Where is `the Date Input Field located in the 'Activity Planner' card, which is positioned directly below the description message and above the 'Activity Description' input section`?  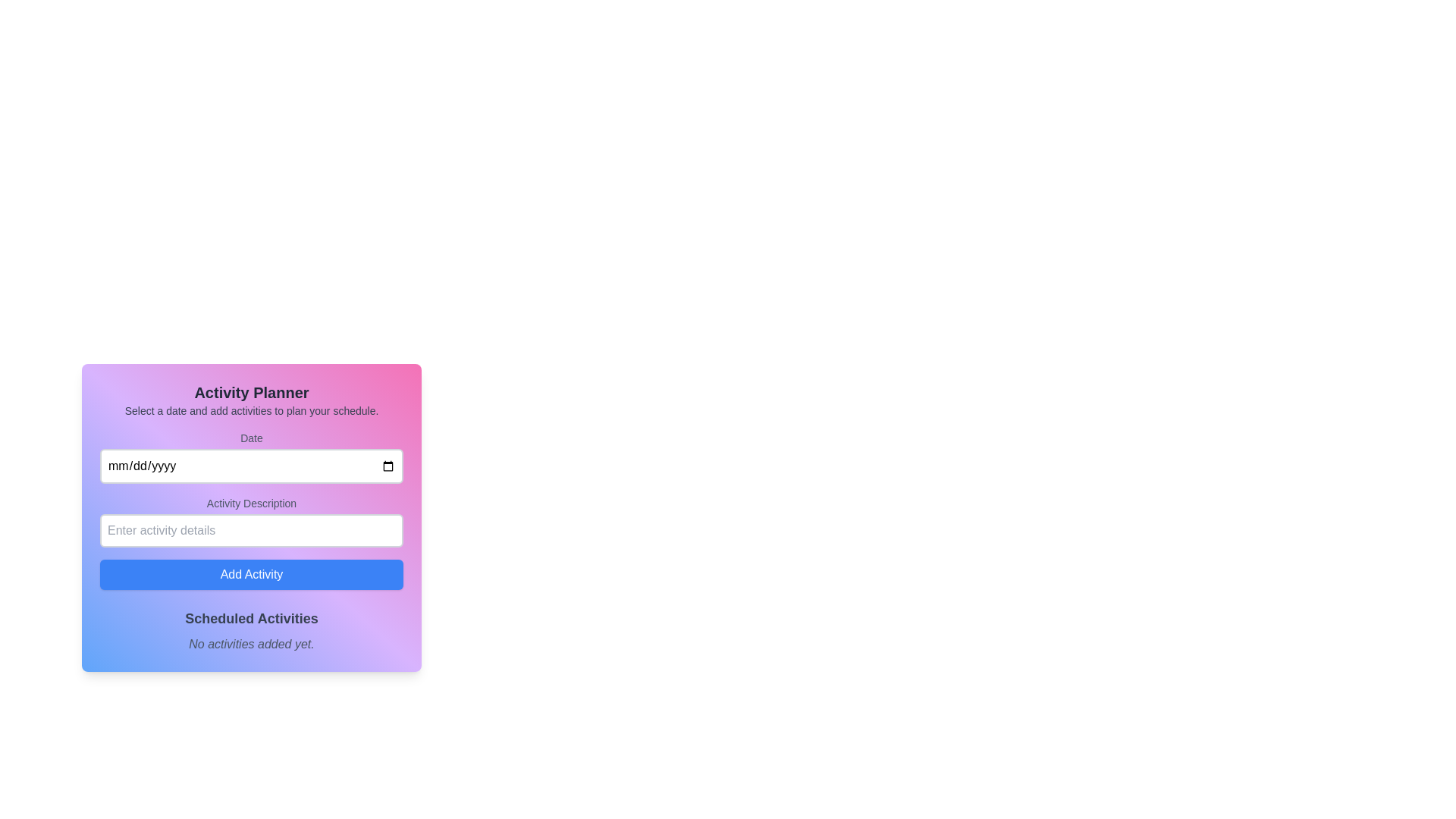 the Date Input Field located in the 'Activity Planner' card, which is positioned directly below the description message and above the 'Activity Description' input section is located at coordinates (251, 456).